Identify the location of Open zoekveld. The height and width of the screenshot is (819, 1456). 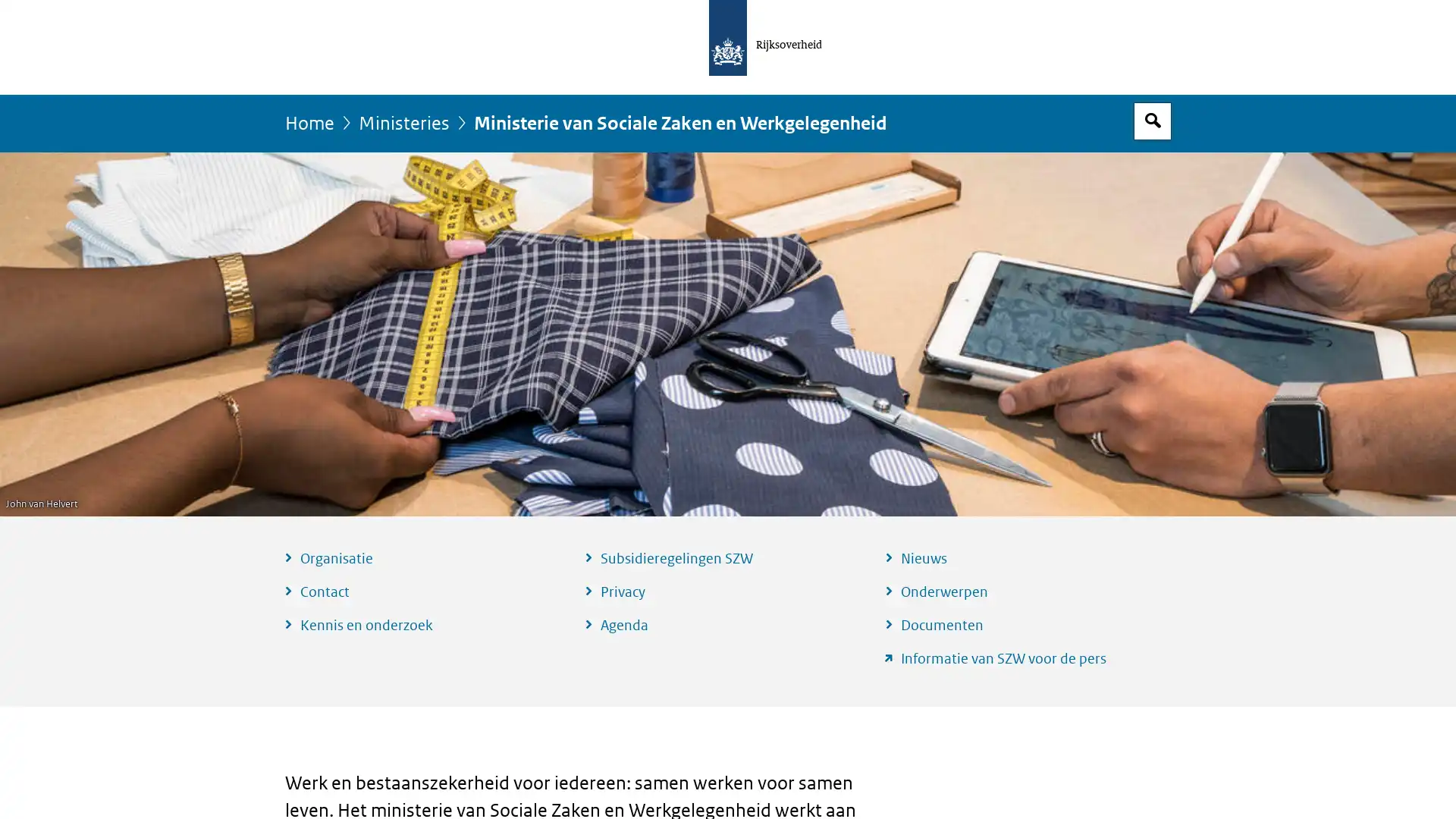
(1153, 120).